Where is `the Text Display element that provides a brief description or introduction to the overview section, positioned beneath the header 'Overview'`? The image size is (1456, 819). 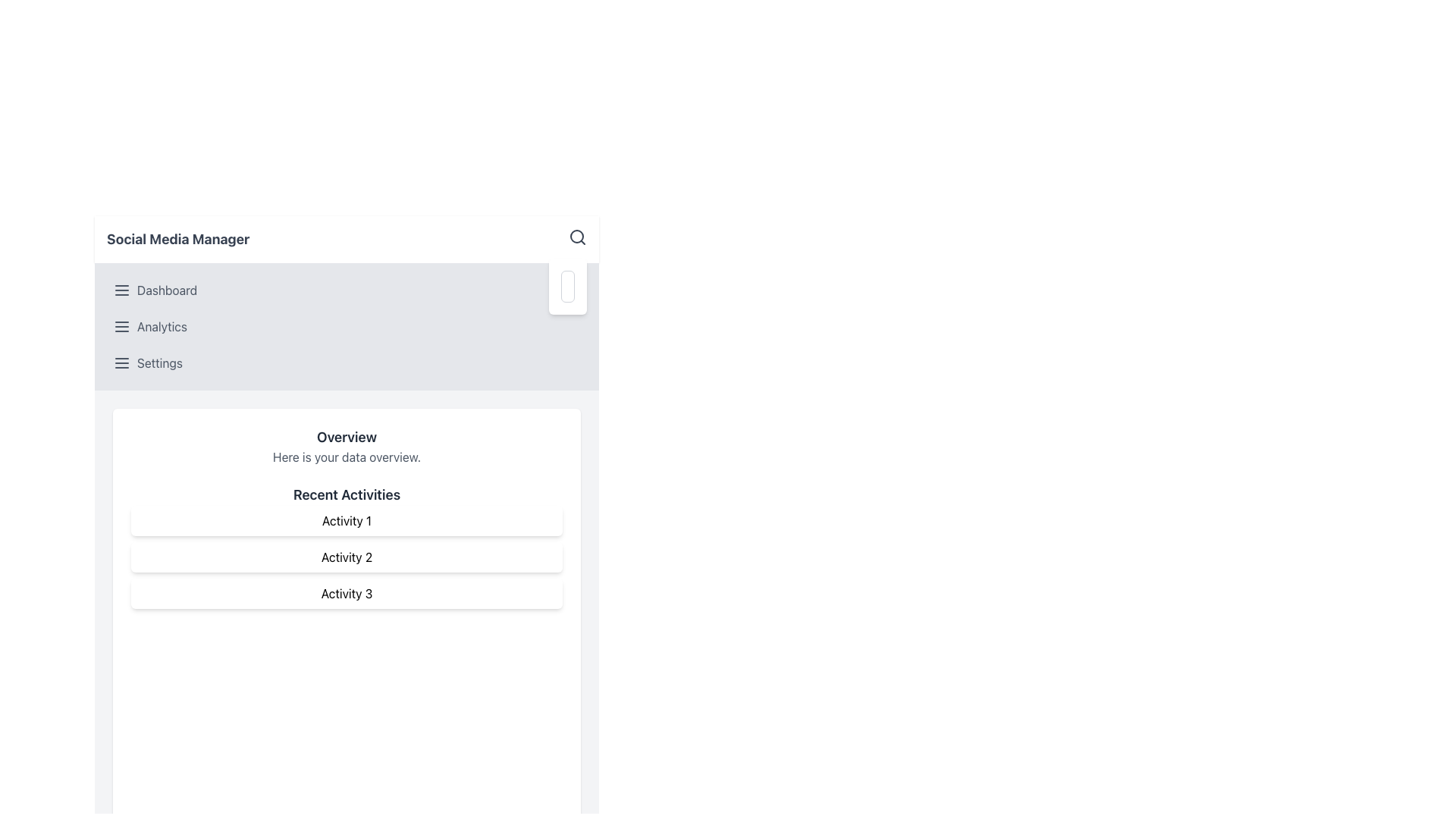
the Text Display element that provides a brief description or introduction to the overview section, positioned beneath the header 'Overview' is located at coordinates (346, 456).